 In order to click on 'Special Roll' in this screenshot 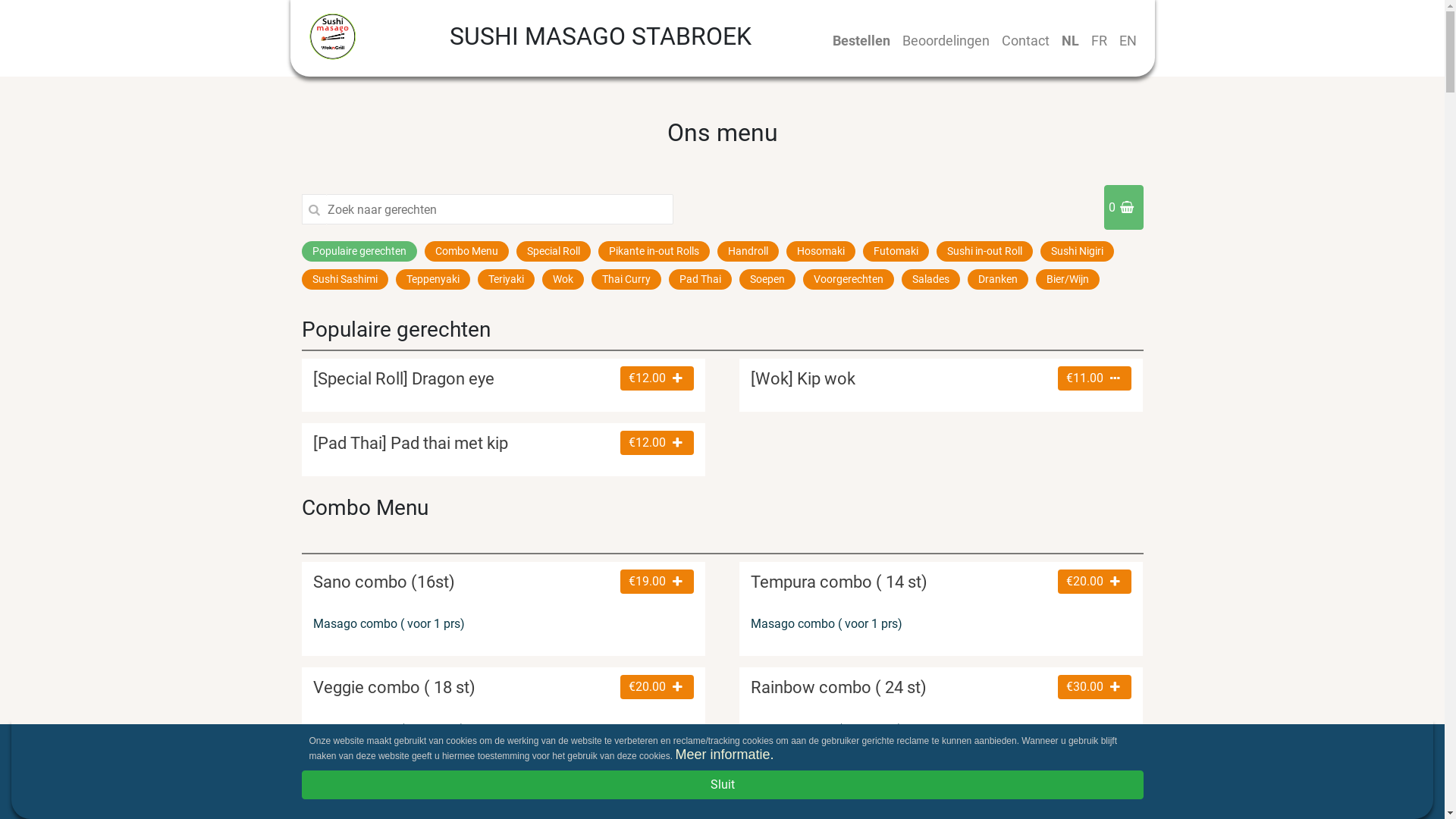, I will do `click(516, 250)`.